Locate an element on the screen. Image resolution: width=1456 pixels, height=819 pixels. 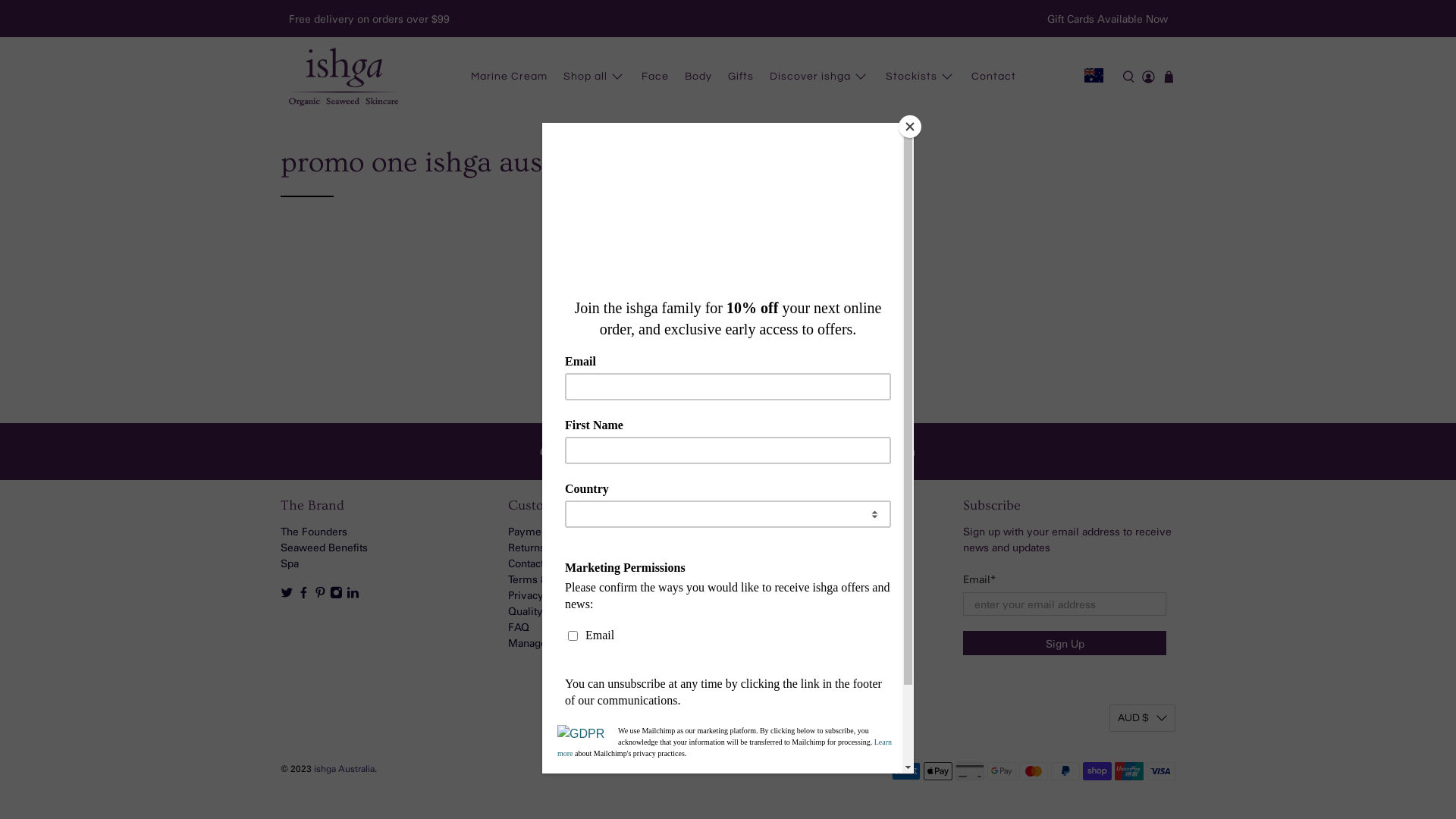
'Shop all' is located at coordinates (554, 77).